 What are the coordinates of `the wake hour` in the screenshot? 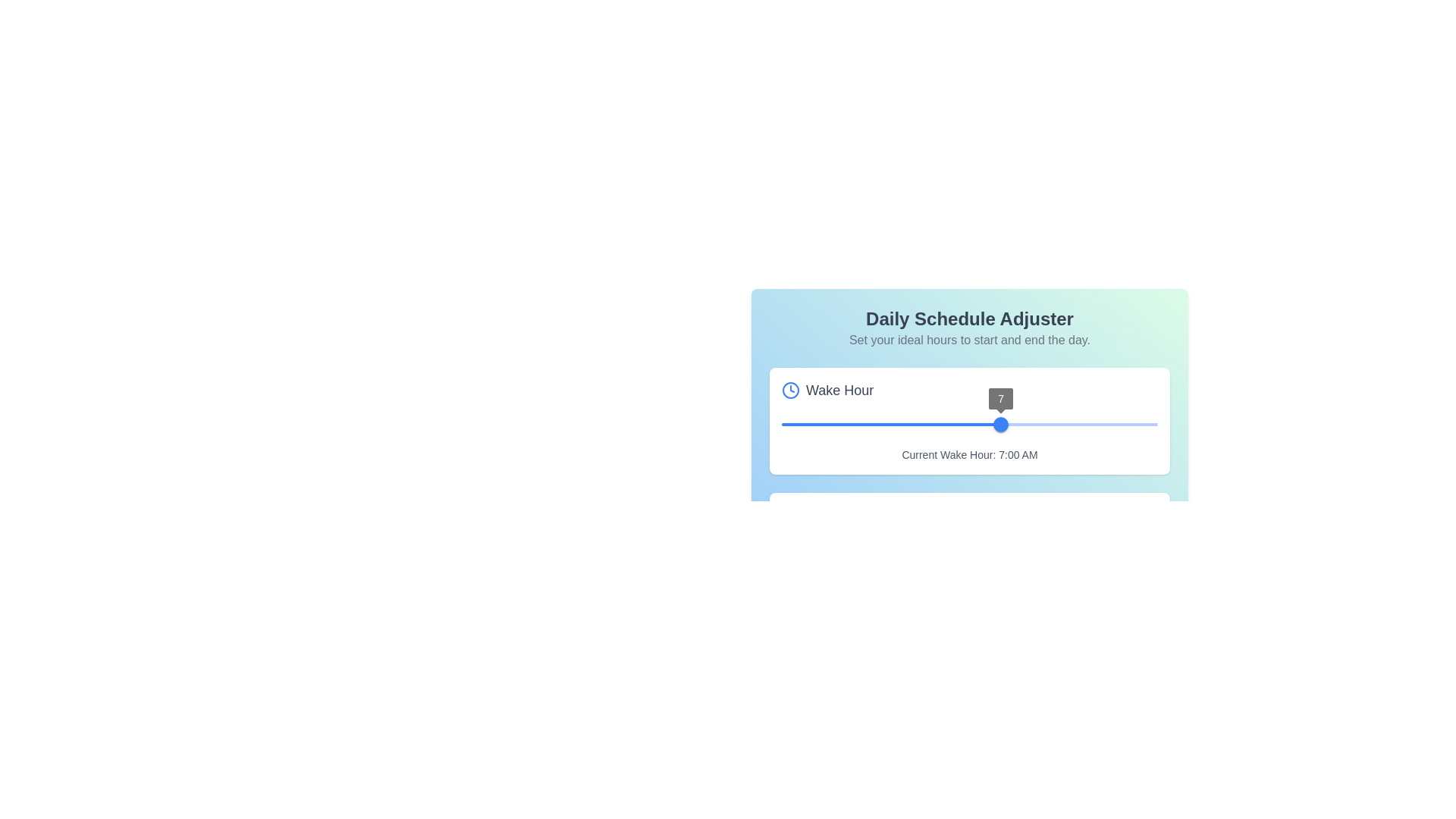 It's located at (796, 424).